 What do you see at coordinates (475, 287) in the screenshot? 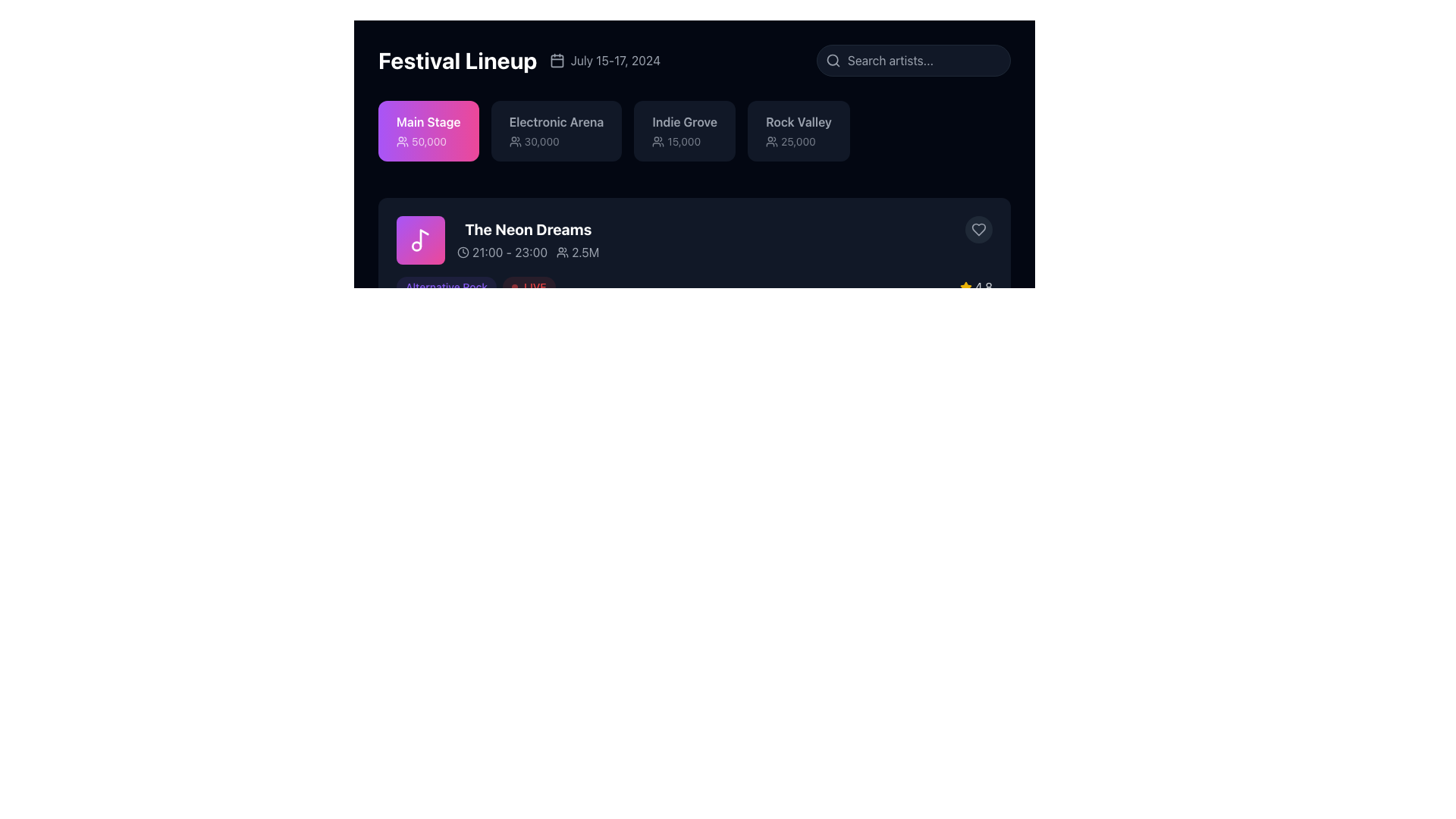
I see `the compound UI element displaying 'Alternative Rock' and 'LIVE'` at bounding box center [475, 287].